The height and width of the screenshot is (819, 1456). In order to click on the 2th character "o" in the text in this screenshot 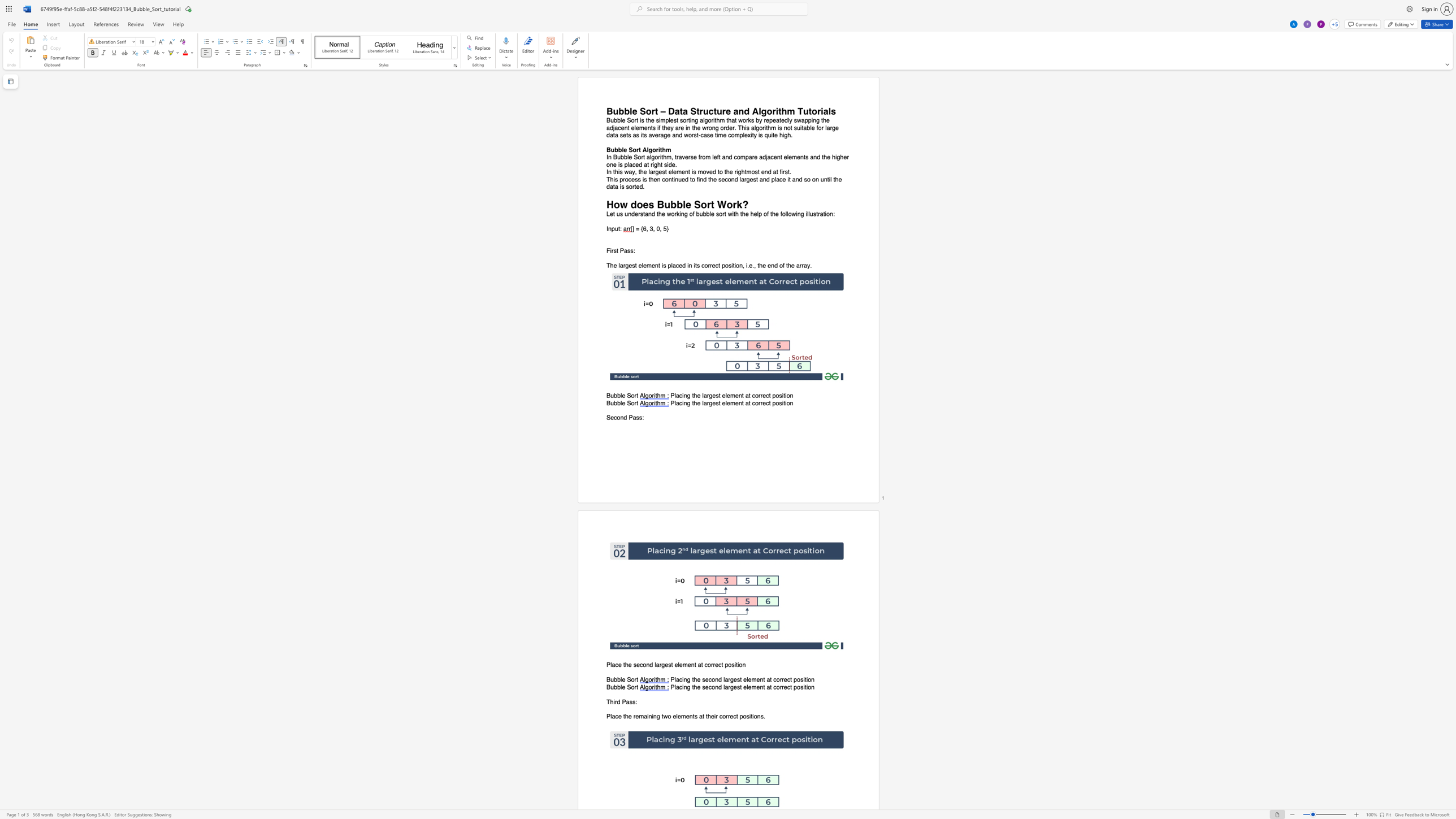, I will do `click(653, 149)`.